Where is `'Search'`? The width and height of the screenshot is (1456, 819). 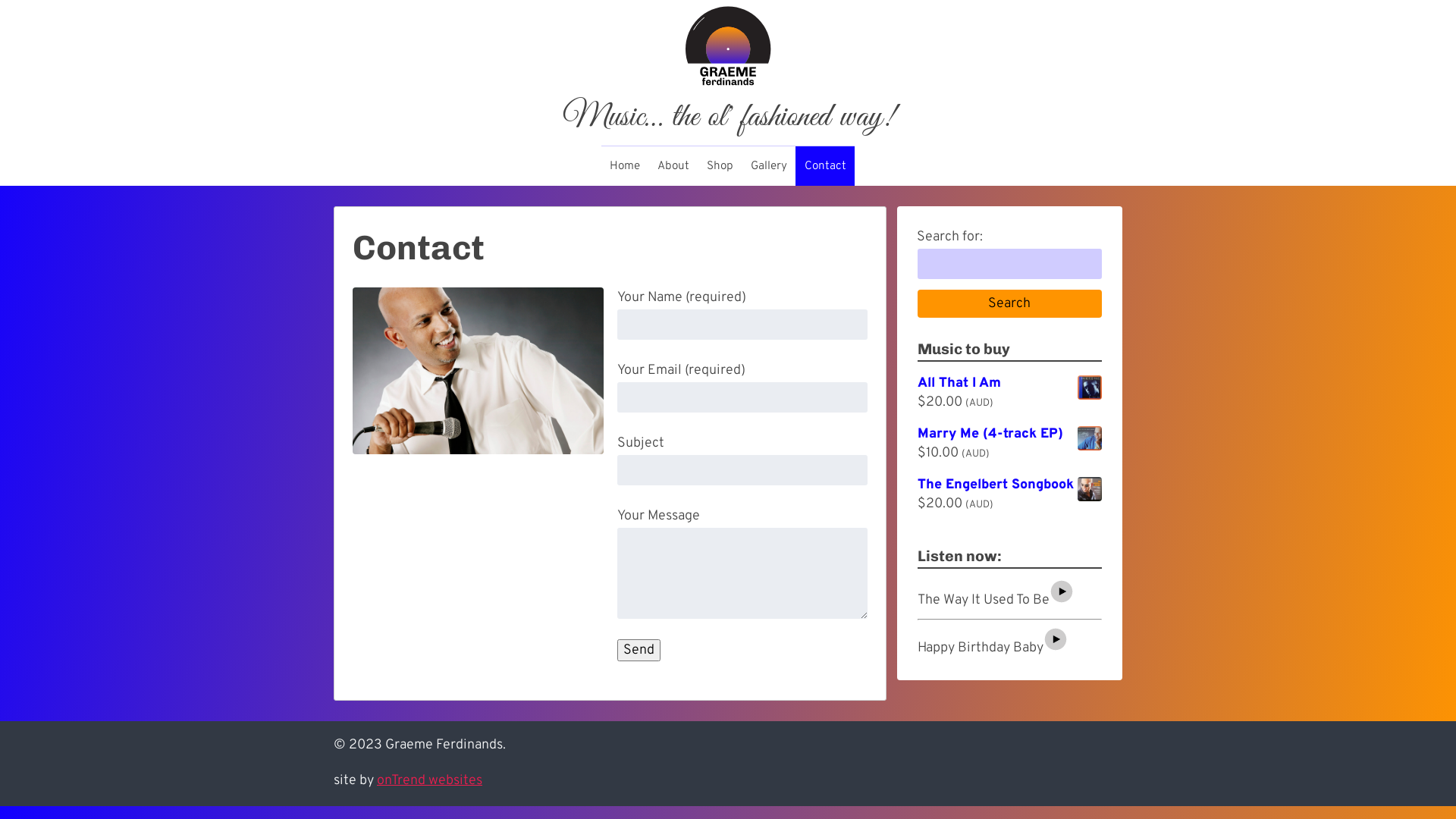
'Search' is located at coordinates (1009, 304).